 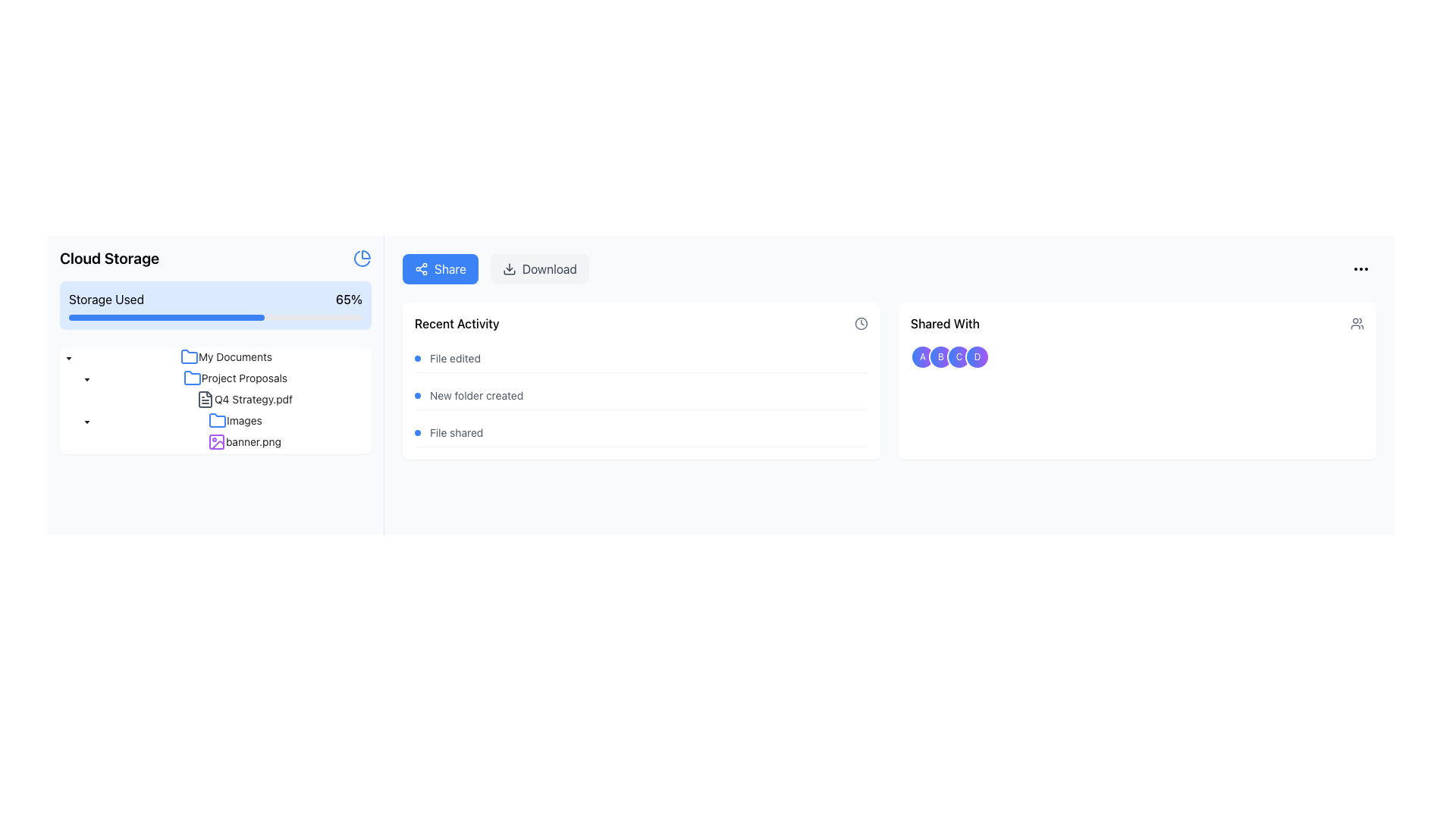 I want to click on the downward-pointing caret icon for hierarchical navigation located to the left of 'My Documents' under the 'Cloud Storage' section, so click(x=86, y=422).